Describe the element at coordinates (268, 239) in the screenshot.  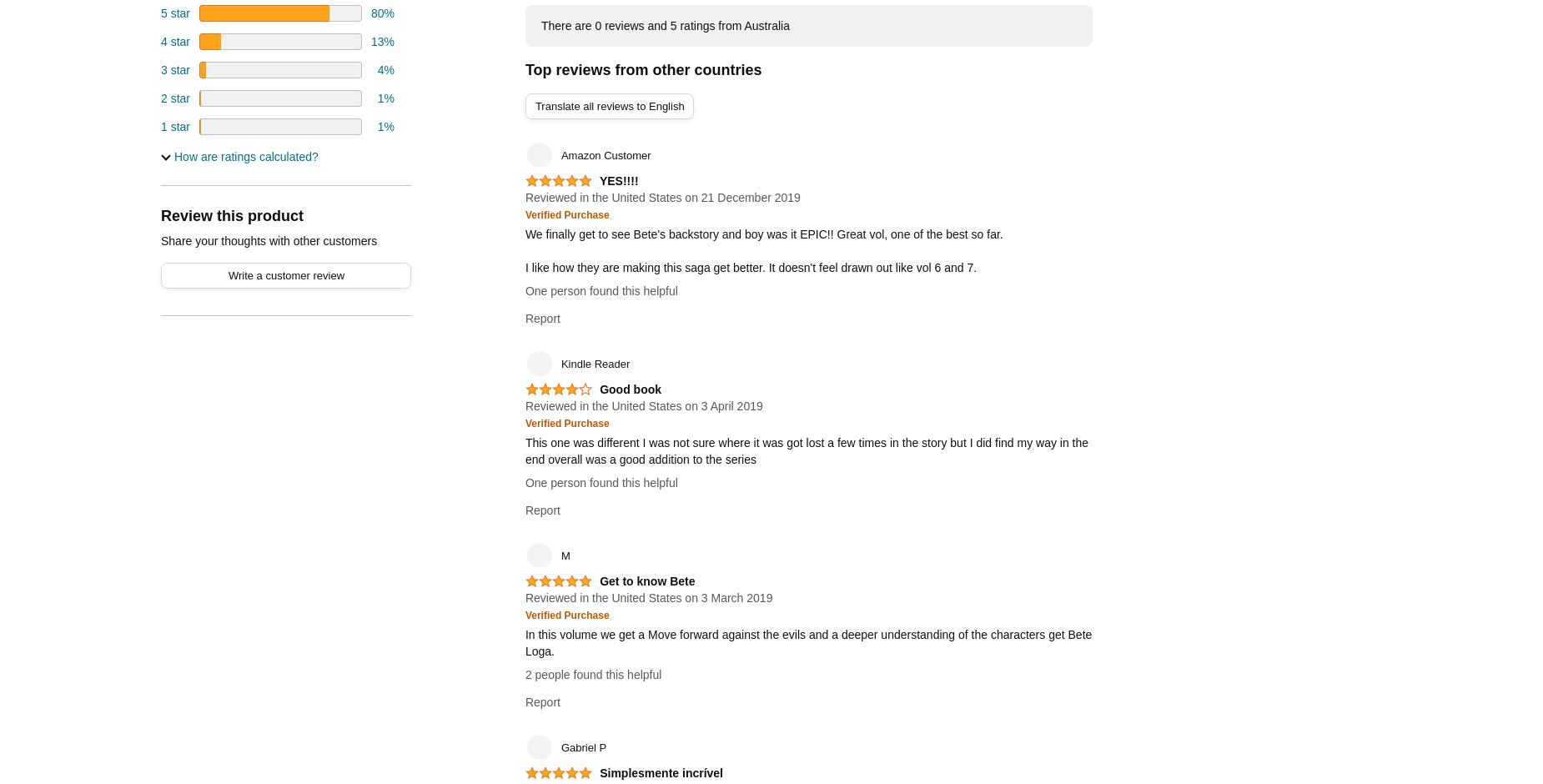
I see `'Share your thoughts with other customers'` at that location.